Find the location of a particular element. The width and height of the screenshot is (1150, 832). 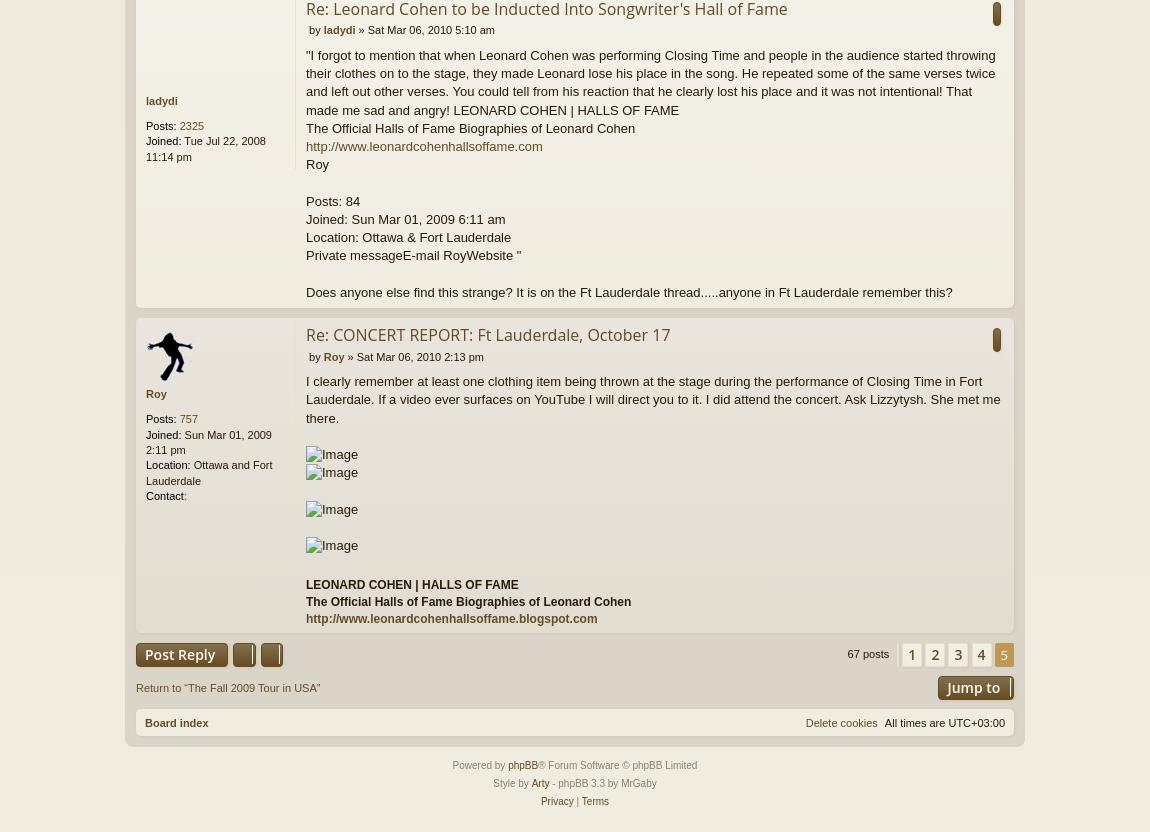

'Joined: Sun Mar 01, 2009 6:11 am' is located at coordinates (405, 218).